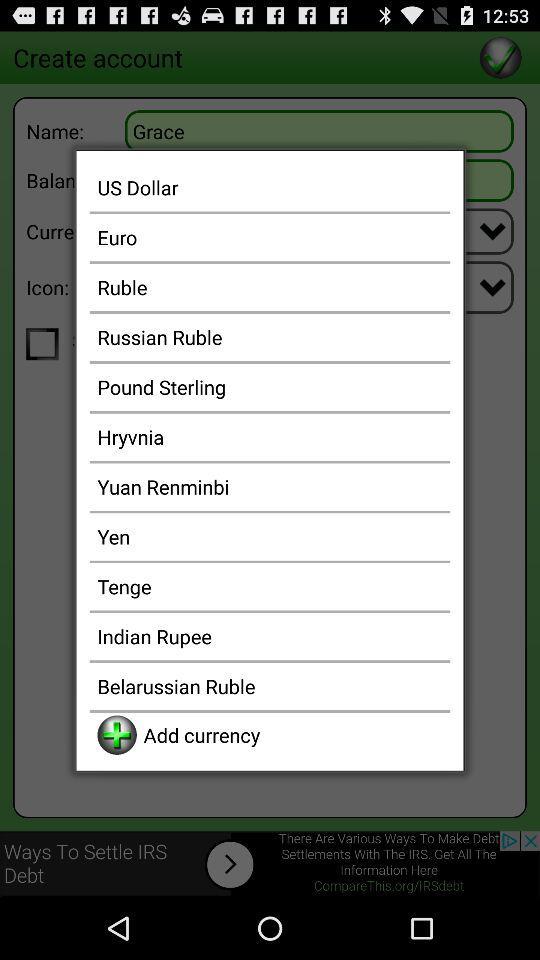 Image resolution: width=540 pixels, height=960 pixels. Describe the element at coordinates (270, 485) in the screenshot. I see `yuan renminbi icon` at that location.